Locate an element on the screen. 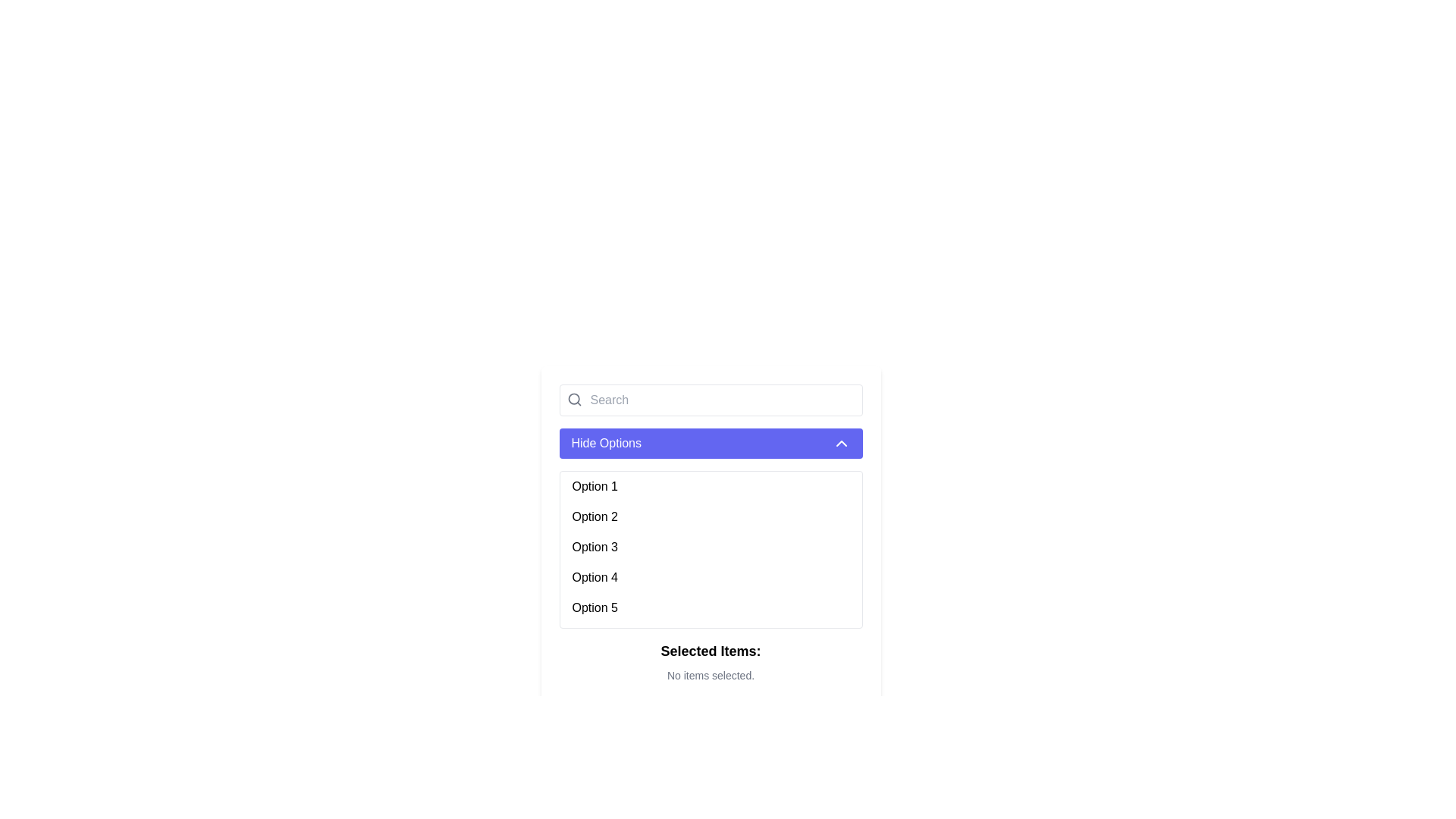  the fifth item is located at coordinates (710, 607).